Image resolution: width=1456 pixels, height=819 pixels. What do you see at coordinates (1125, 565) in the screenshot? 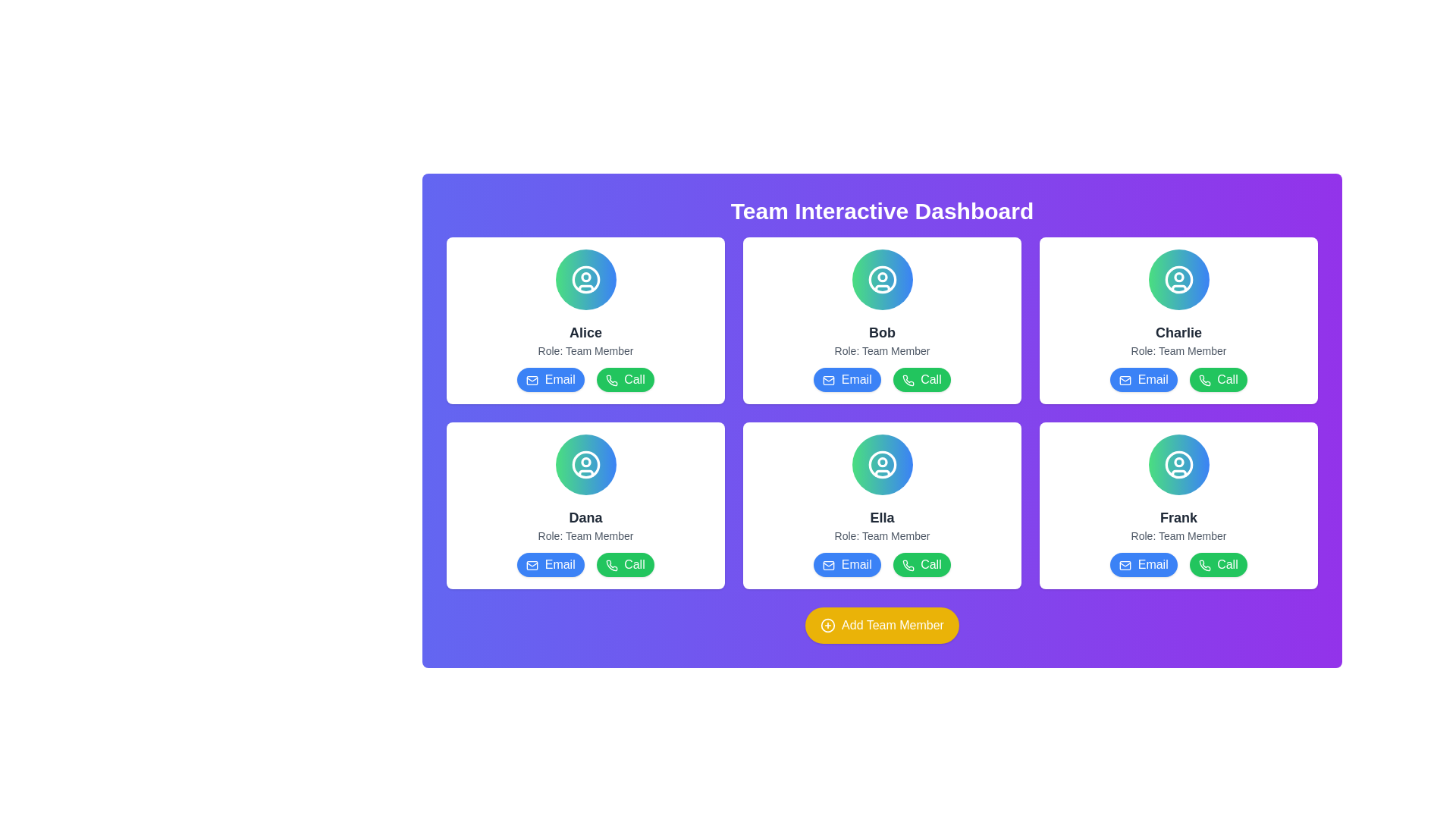
I see `the email icon located within the blue 'Email' button of the 'Frank, Role: Team Member' card` at bounding box center [1125, 565].